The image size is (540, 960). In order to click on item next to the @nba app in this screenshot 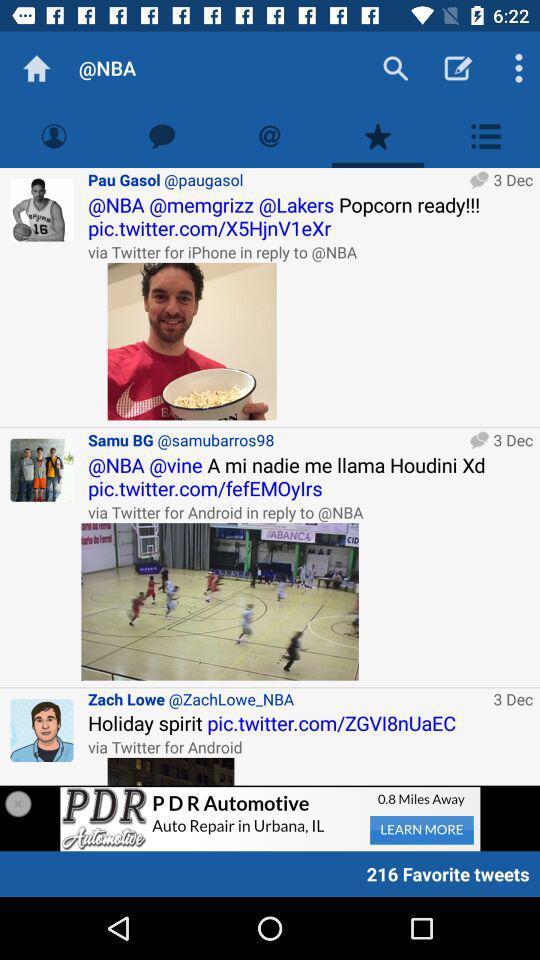, I will do `click(36, 68)`.